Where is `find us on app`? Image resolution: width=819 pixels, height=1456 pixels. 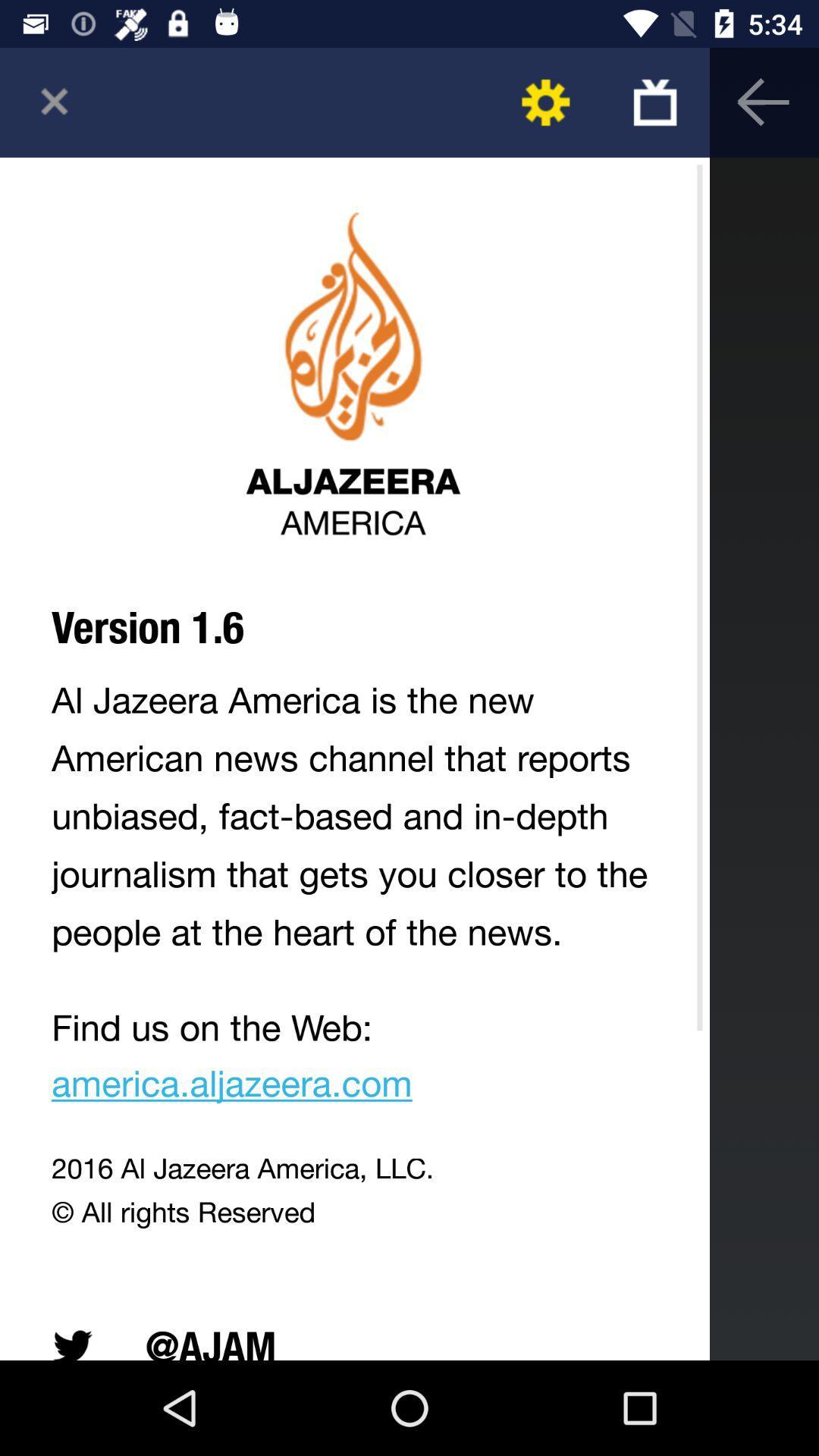
find us on app is located at coordinates (354, 1060).